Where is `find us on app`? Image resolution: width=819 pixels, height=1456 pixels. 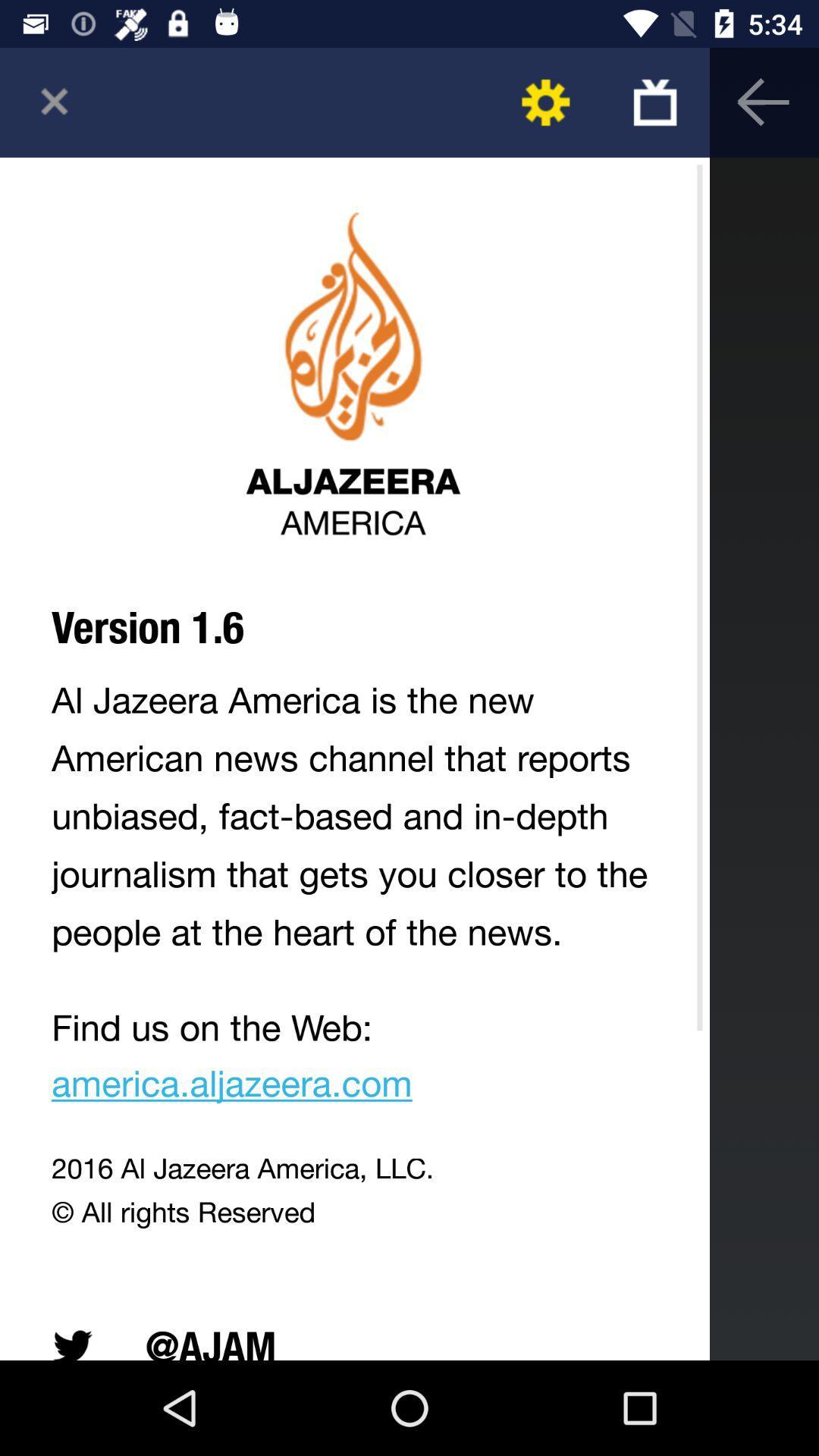
find us on app is located at coordinates (354, 1060).